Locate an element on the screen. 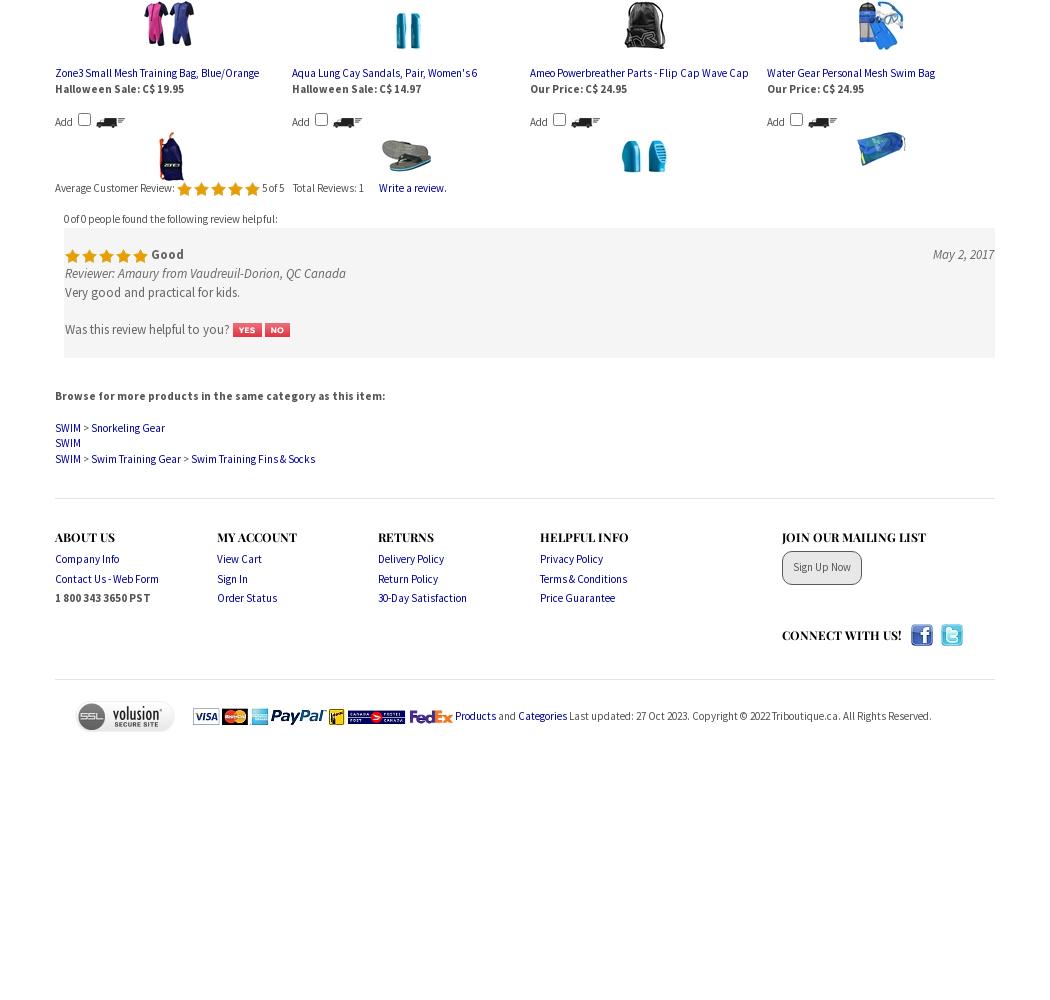  'and' is located at coordinates (504, 714).